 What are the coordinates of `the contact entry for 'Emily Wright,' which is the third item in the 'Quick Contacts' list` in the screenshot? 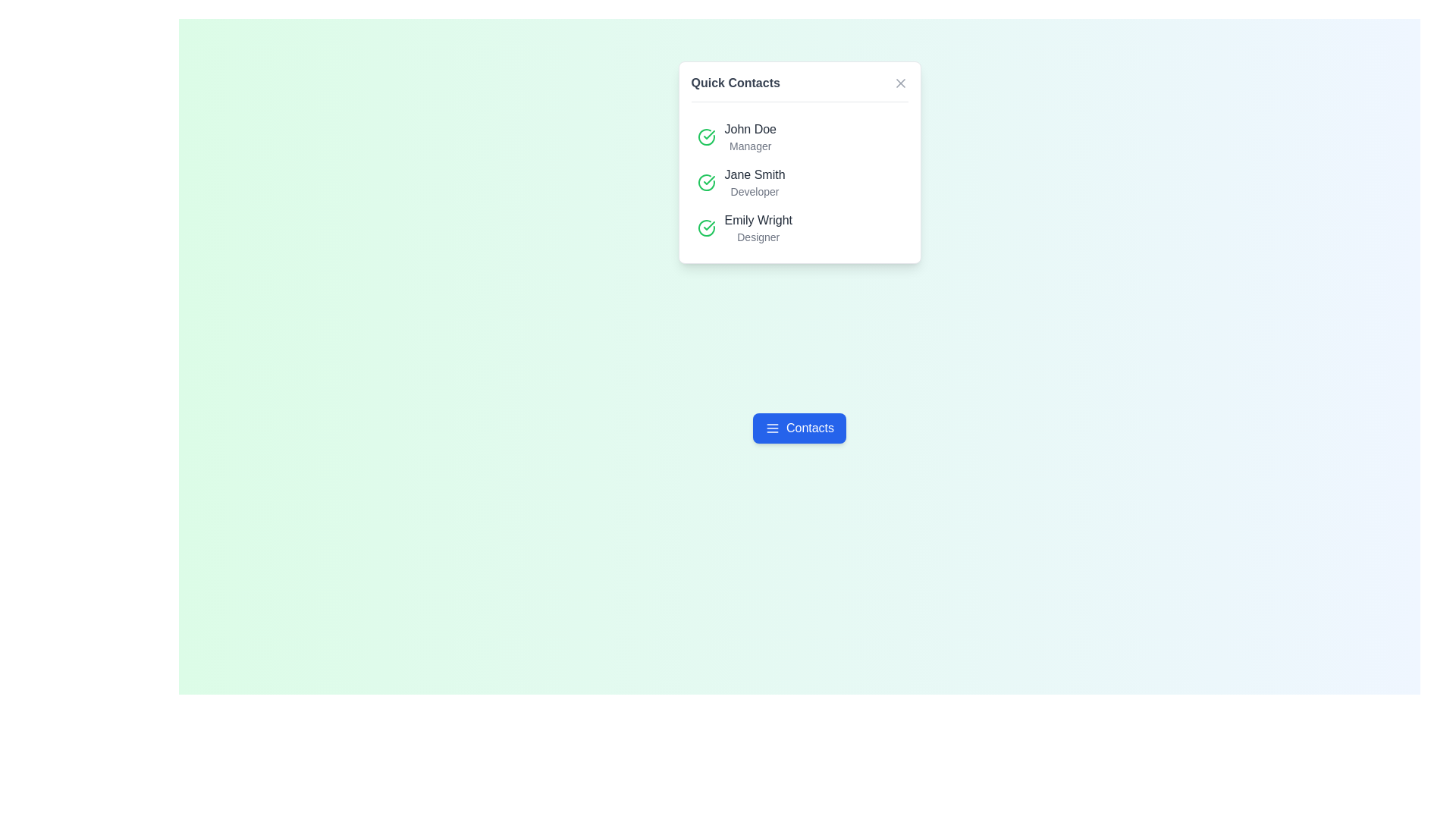 It's located at (799, 227).